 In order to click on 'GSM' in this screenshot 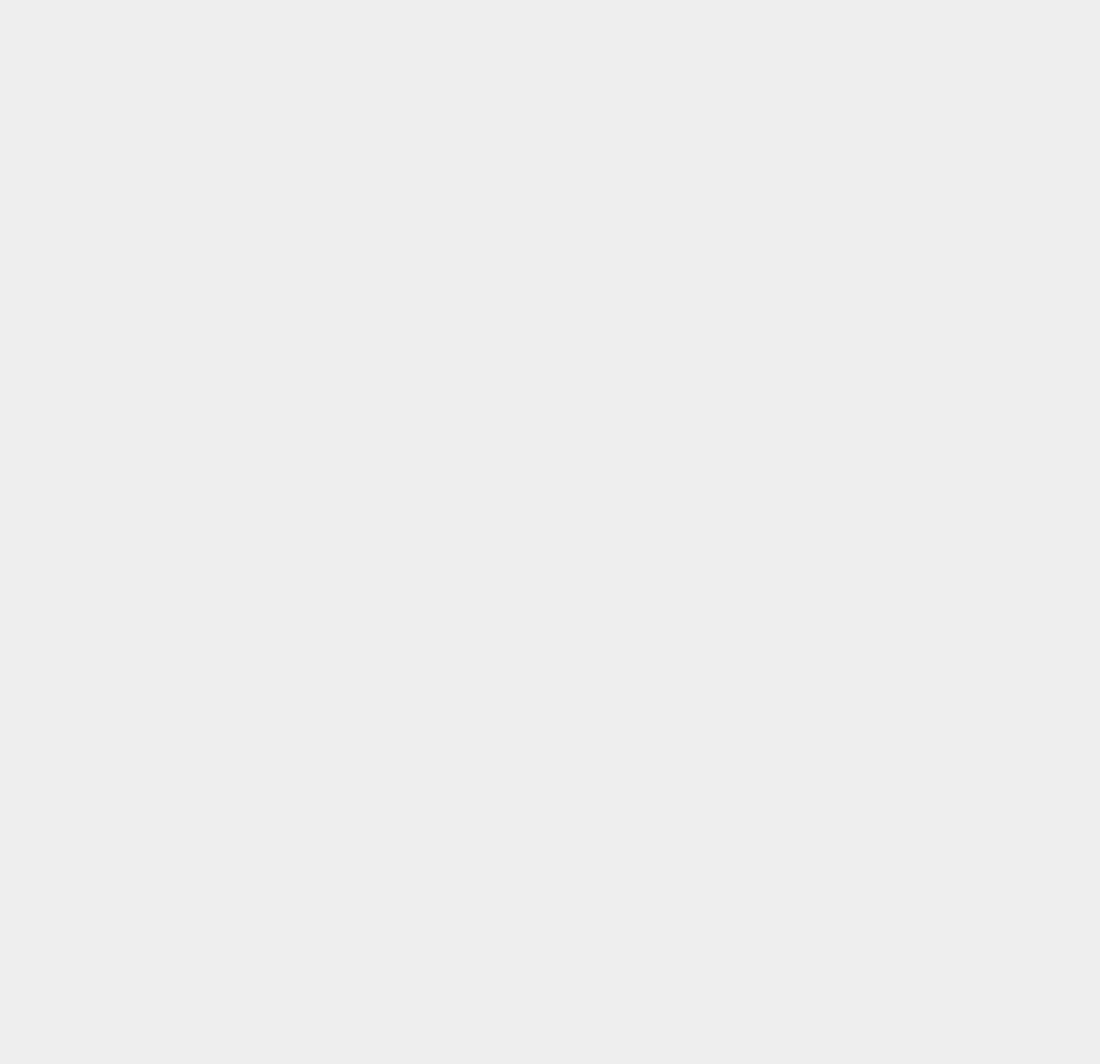, I will do `click(792, 941)`.